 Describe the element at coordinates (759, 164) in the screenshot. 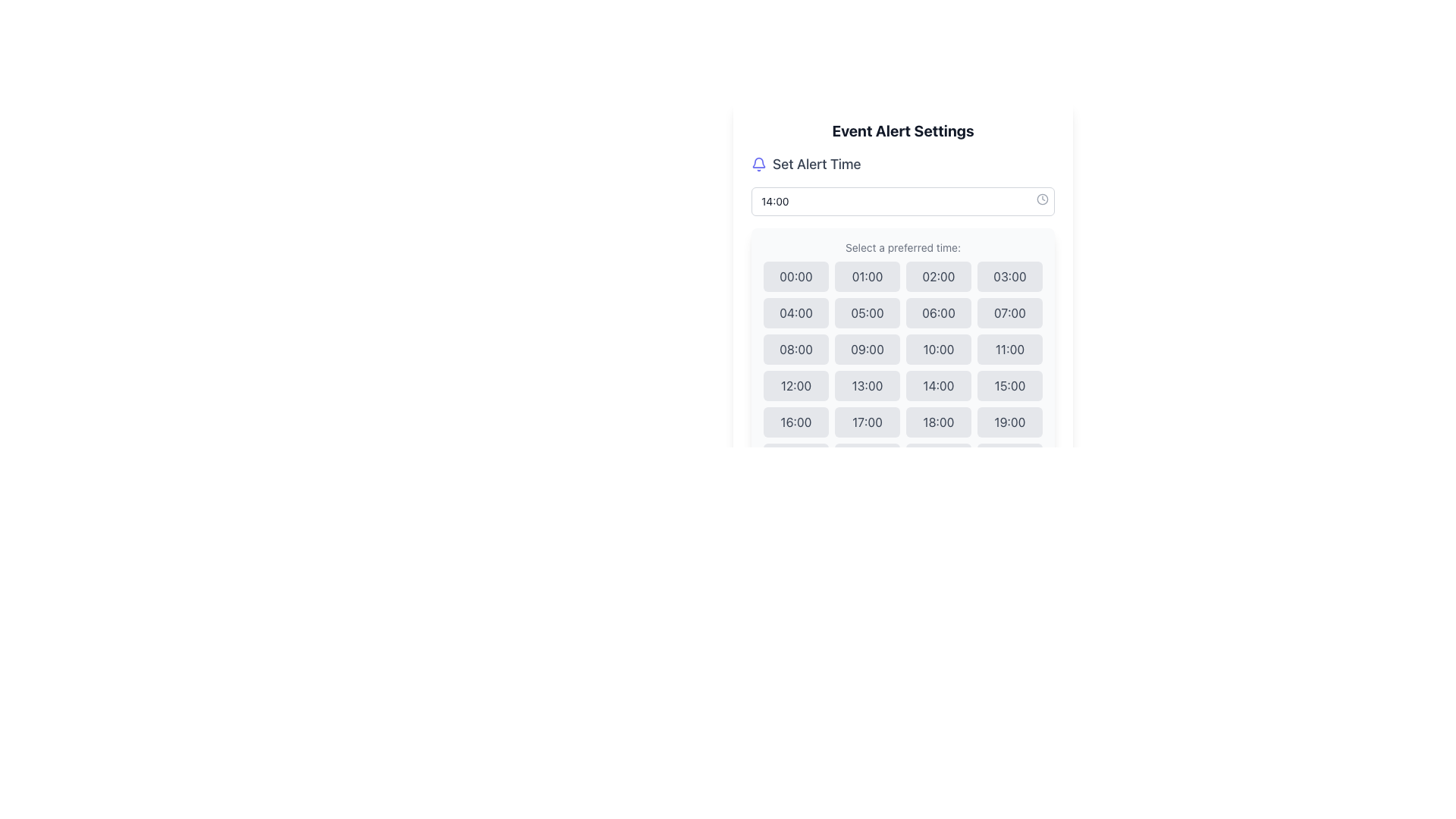

I see `the bell-shaped icon with an indigo stroke located to the left of the 'Set Alert Time' text` at that location.